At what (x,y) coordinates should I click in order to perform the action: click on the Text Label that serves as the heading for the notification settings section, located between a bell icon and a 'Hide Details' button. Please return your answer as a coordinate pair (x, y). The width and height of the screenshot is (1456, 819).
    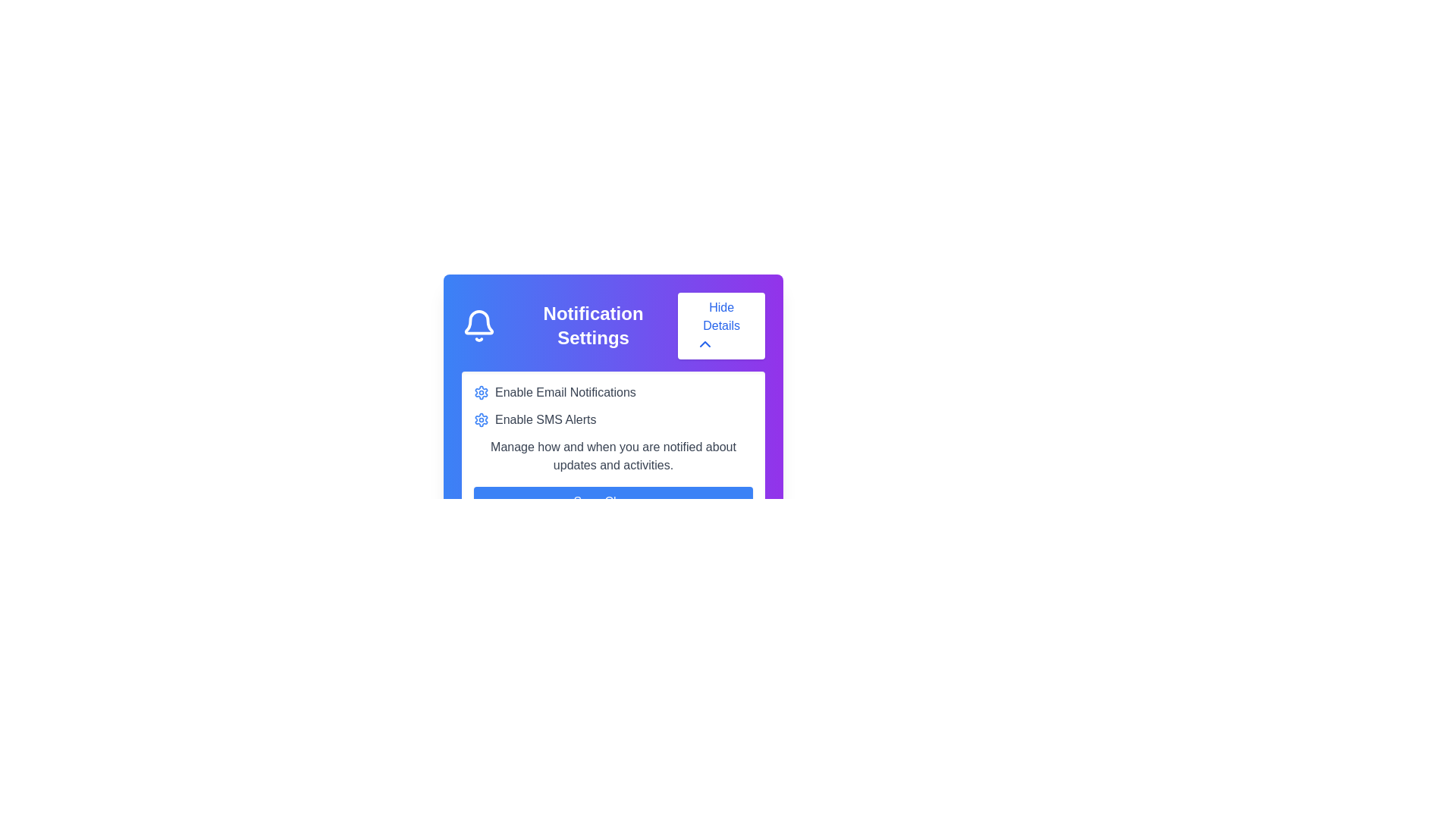
    Looking at the image, I should click on (592, 325).